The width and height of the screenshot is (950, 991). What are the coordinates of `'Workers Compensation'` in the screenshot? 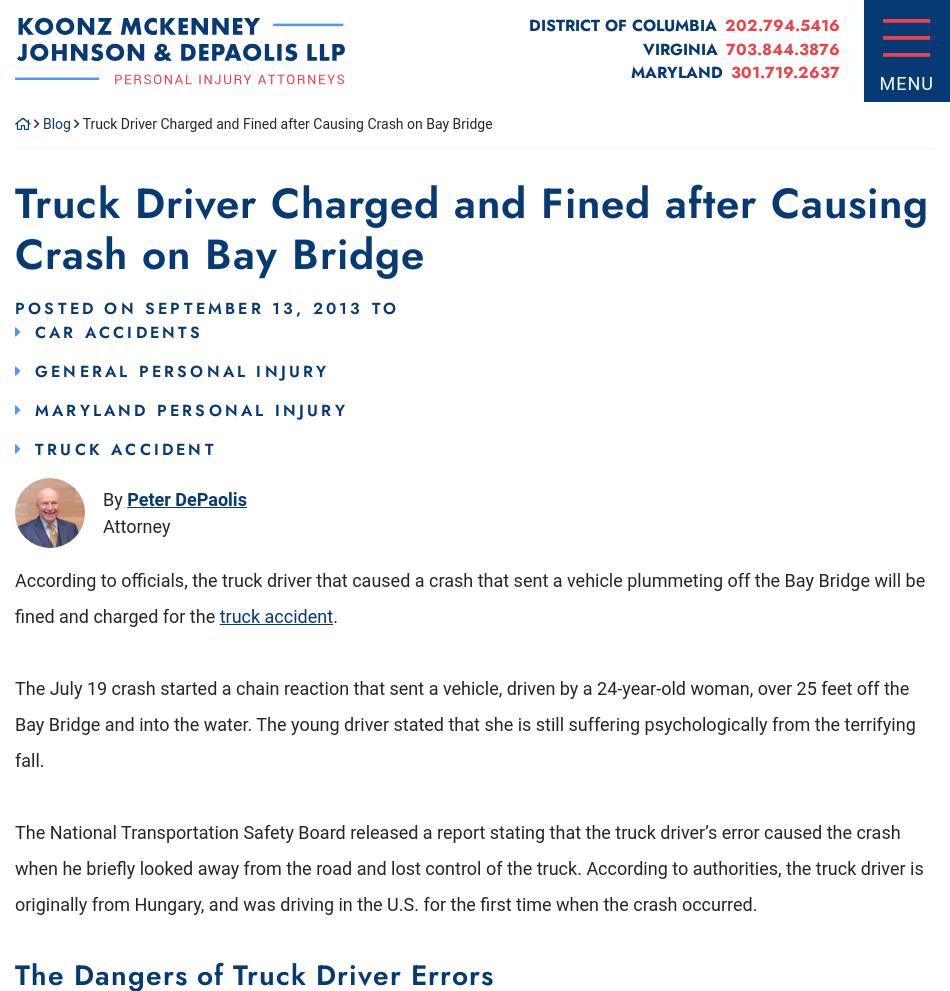 It's located at (205, 494).